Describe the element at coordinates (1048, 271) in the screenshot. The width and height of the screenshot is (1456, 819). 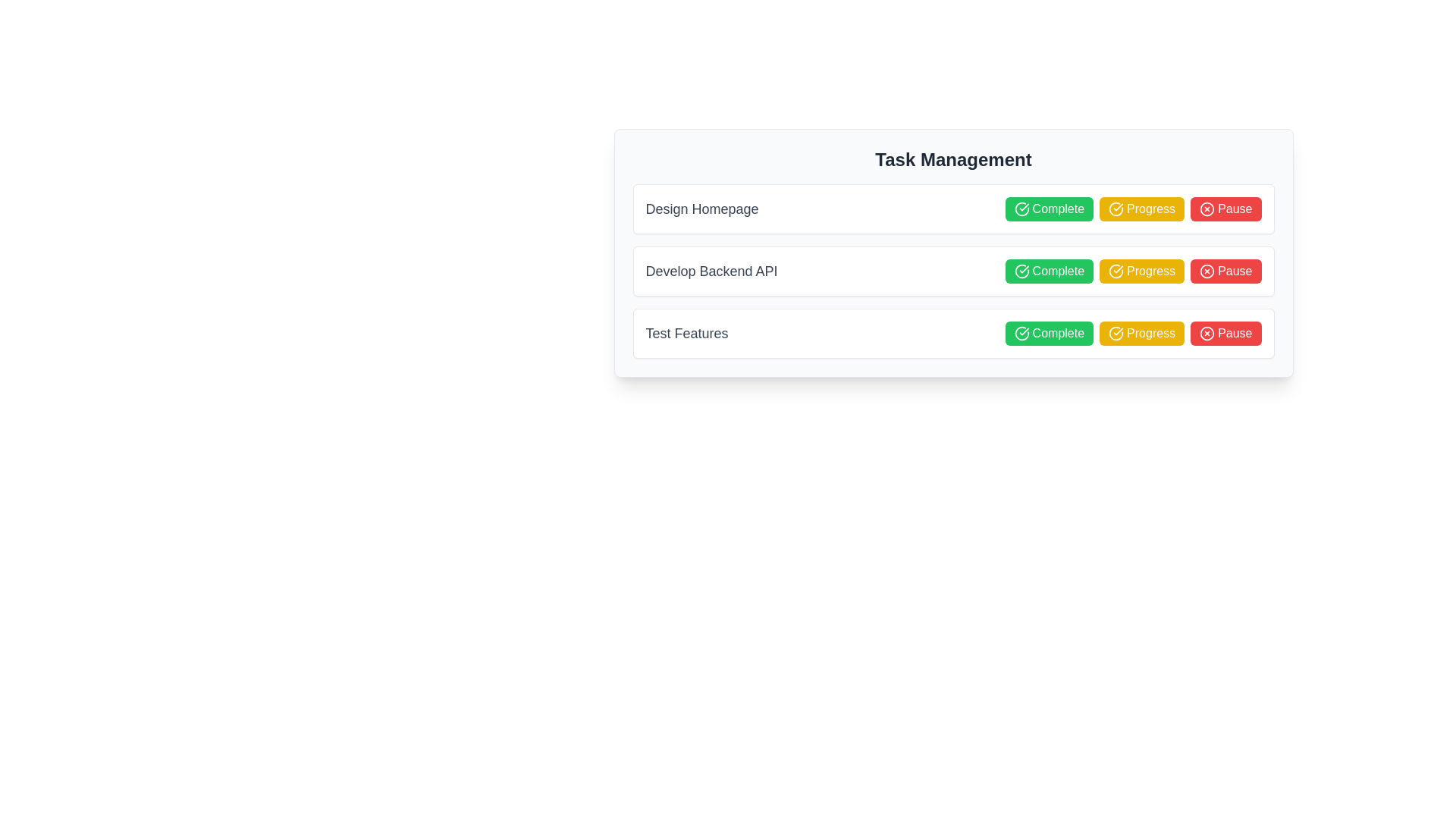
I see `the first button in the second row of task management buttons to change its color, which marks the task as completed` at that location.